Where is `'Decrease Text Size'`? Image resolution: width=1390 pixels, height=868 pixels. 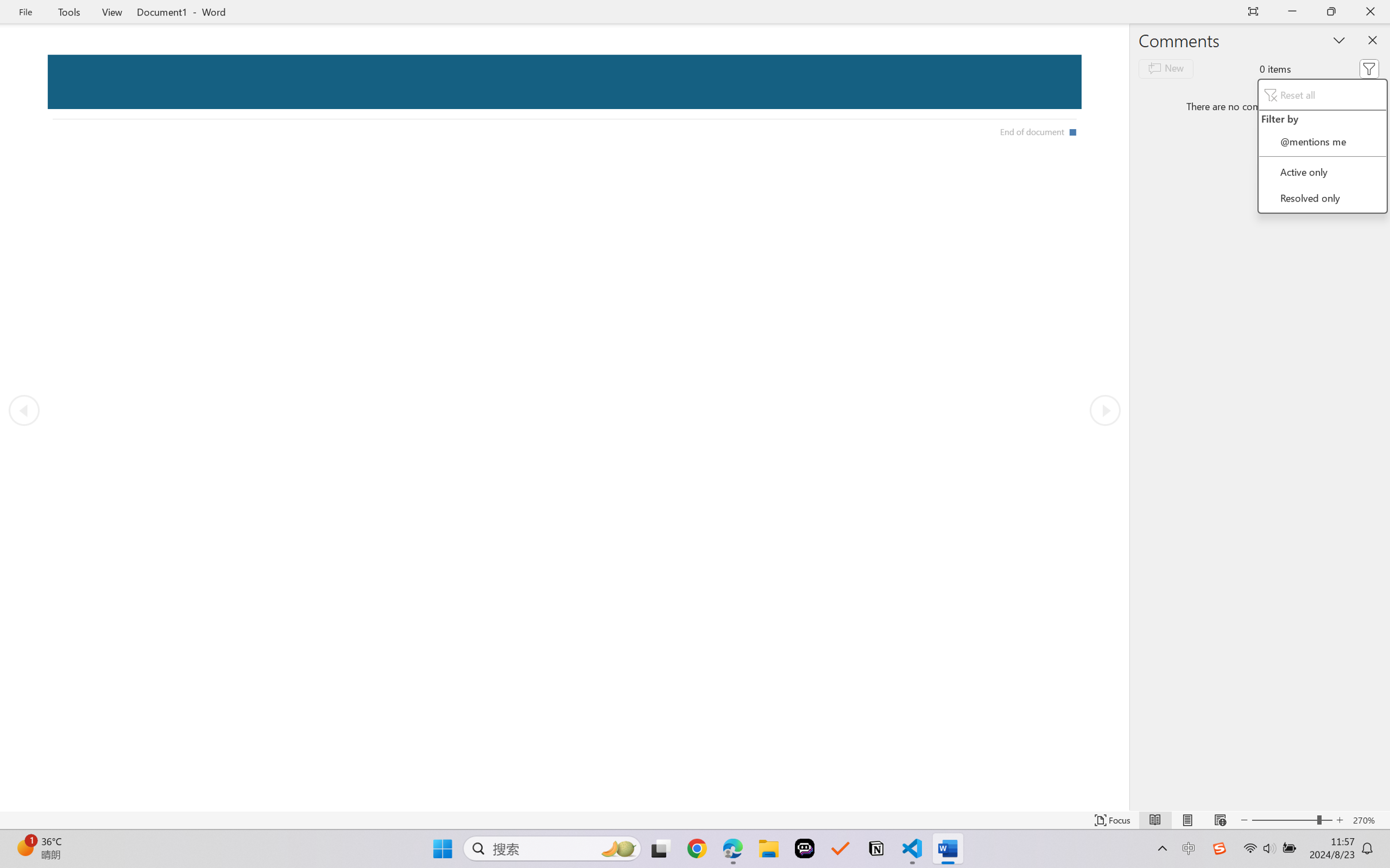
'Decrease Text Size' is located at coordinates (1244, 820).